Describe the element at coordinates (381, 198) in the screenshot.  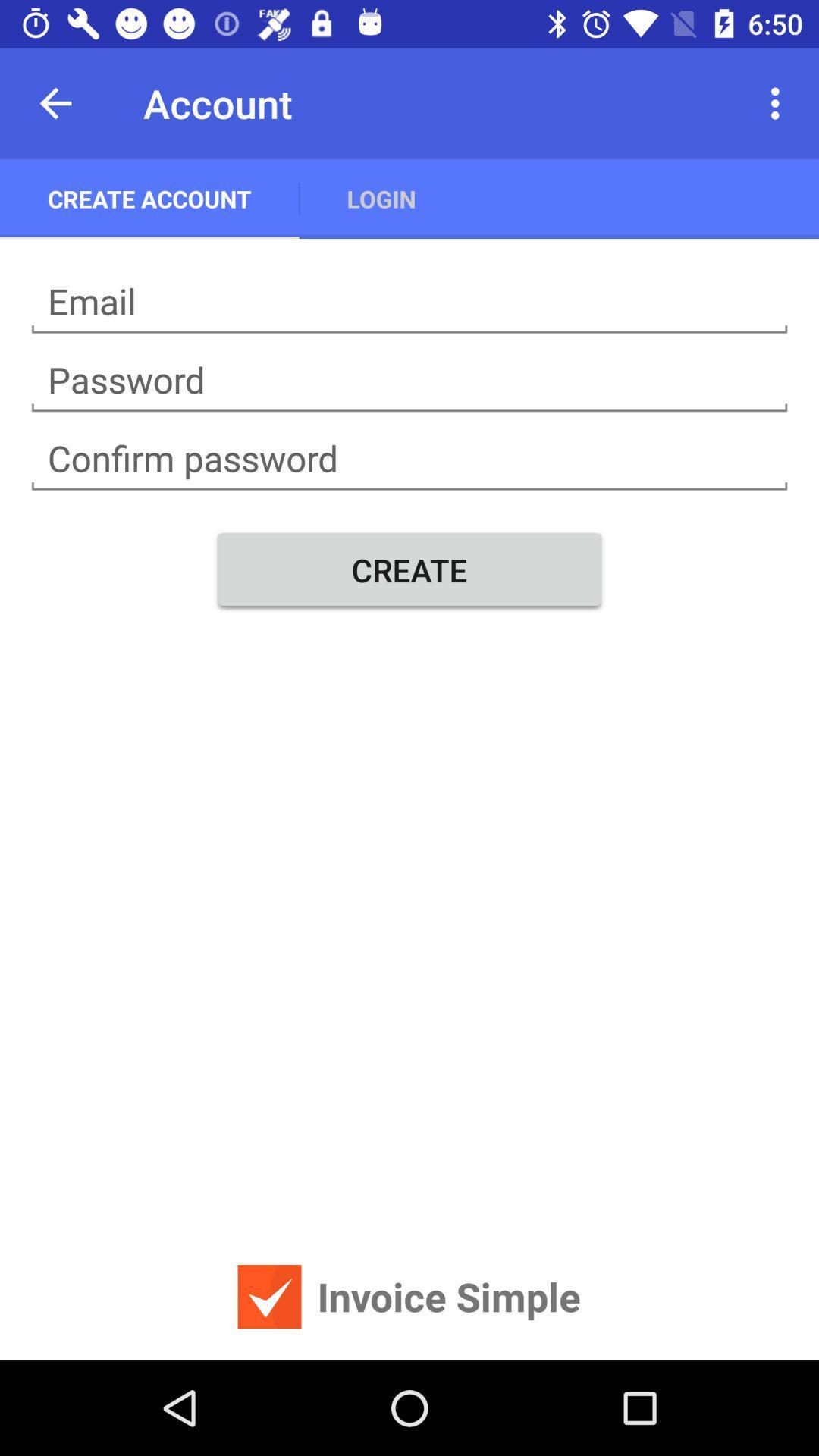
I see `app to the right of the create account` at that location.